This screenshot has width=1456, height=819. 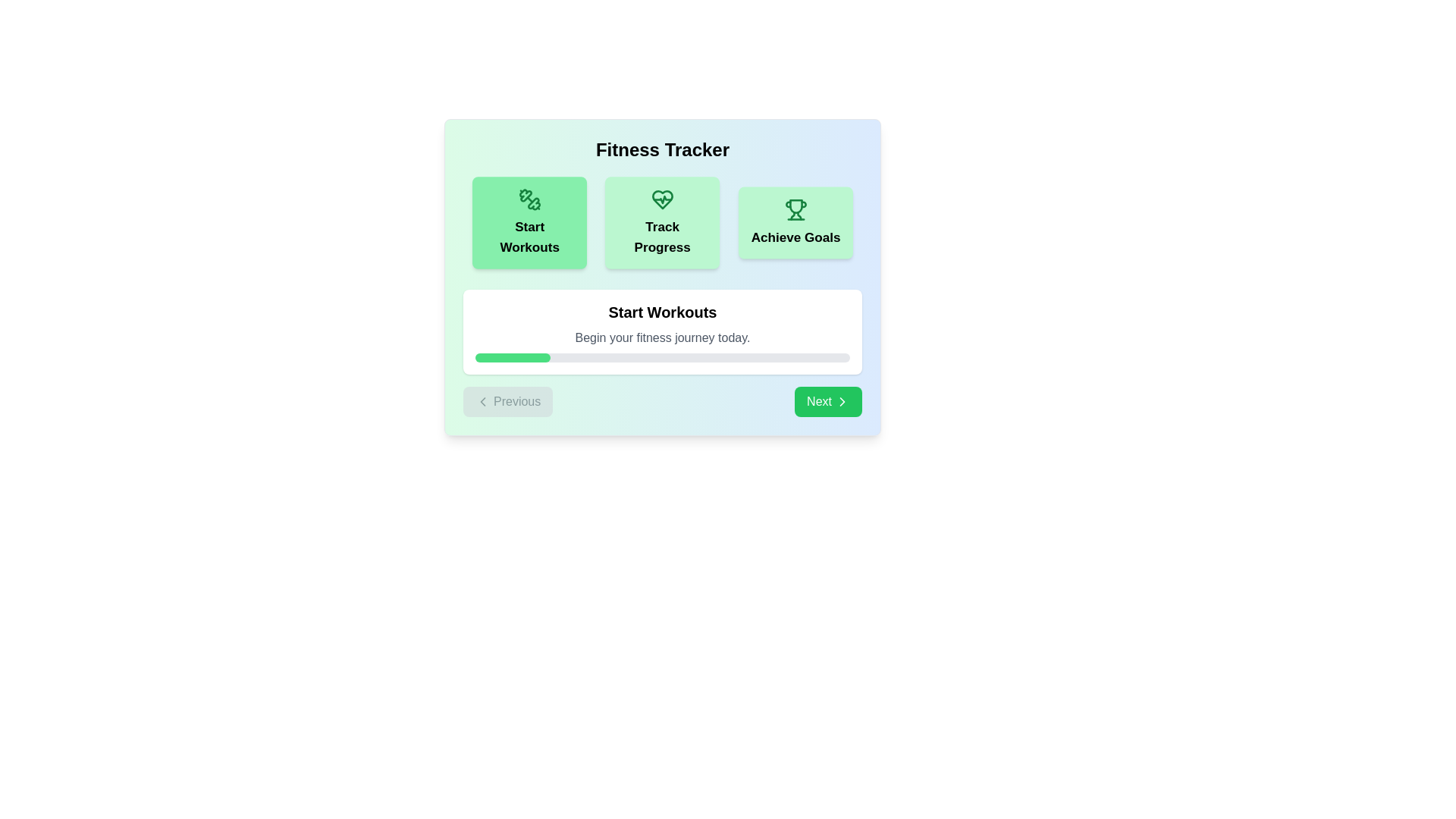 What do you see at coordinates (662, 199) in the screenshot?
I see `the heart-pulse SVG icon representing the 'Track Progress' button, which is styled with green color and is the second button in a row of three under the 'Fitness Tracker' title` at bounding box center [662, 199].